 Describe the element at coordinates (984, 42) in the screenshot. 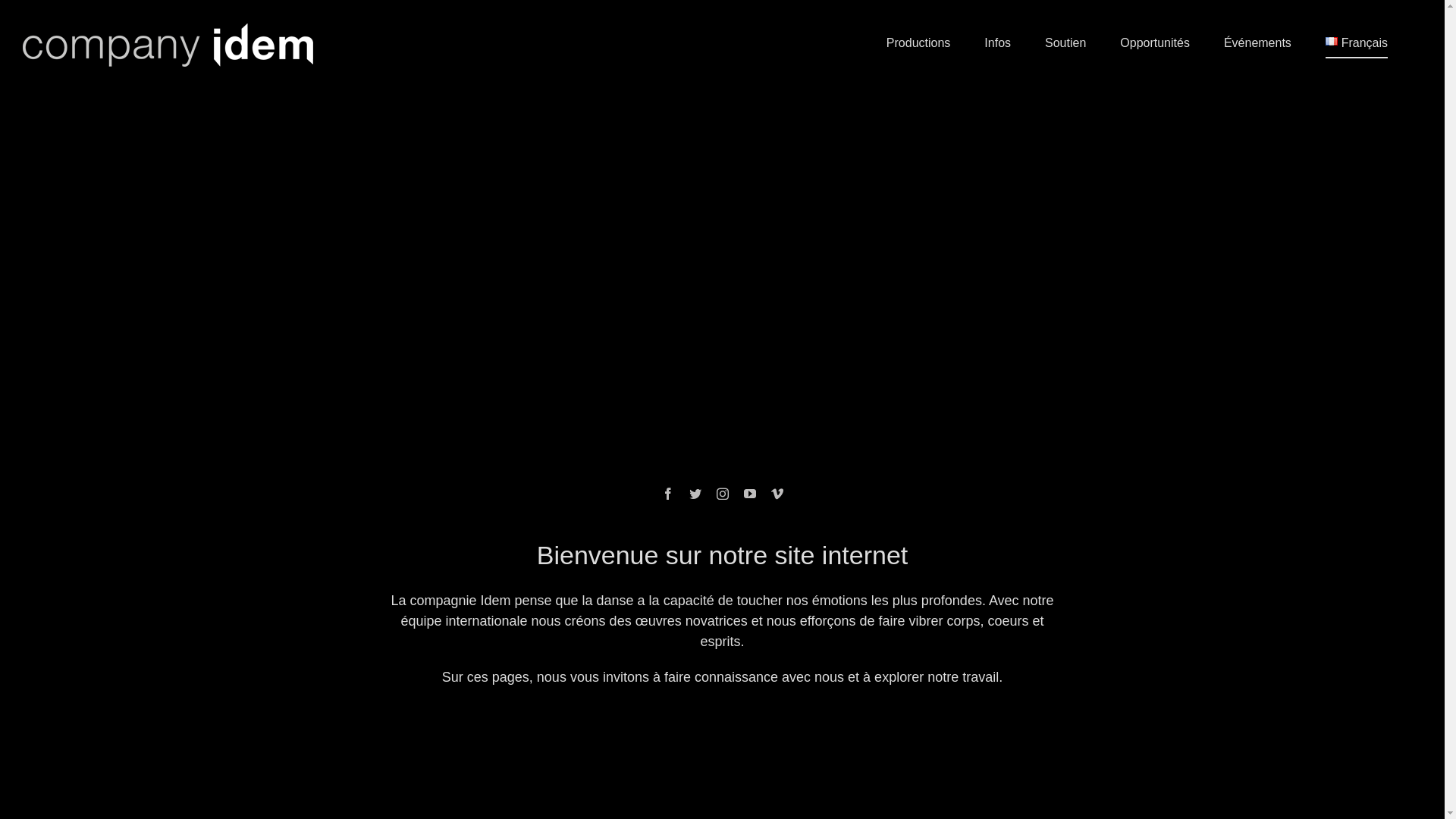

I see `'Infos'` at that location.